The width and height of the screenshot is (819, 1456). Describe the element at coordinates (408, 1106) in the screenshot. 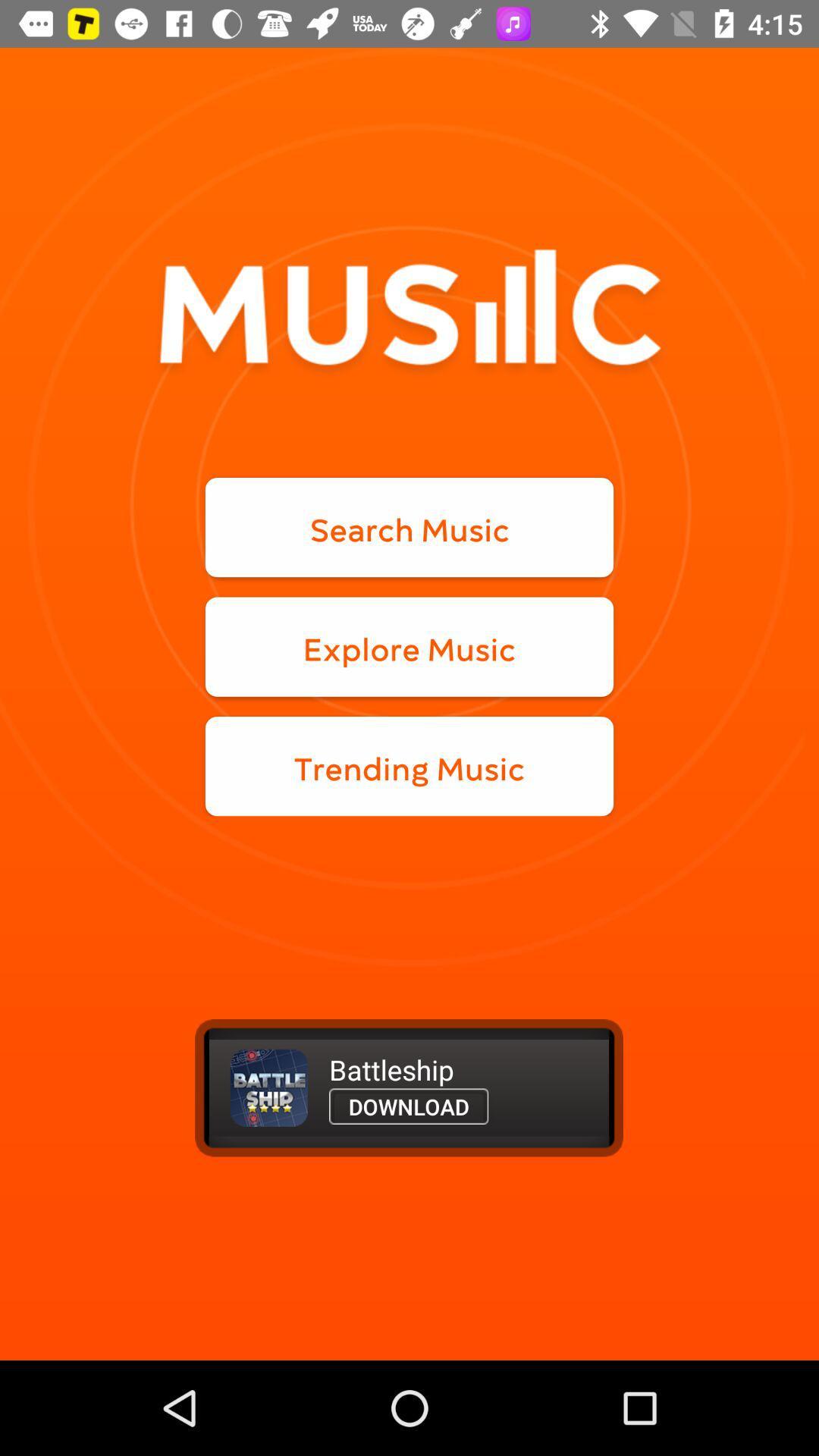

I see `item below the battleship icon` at that location.